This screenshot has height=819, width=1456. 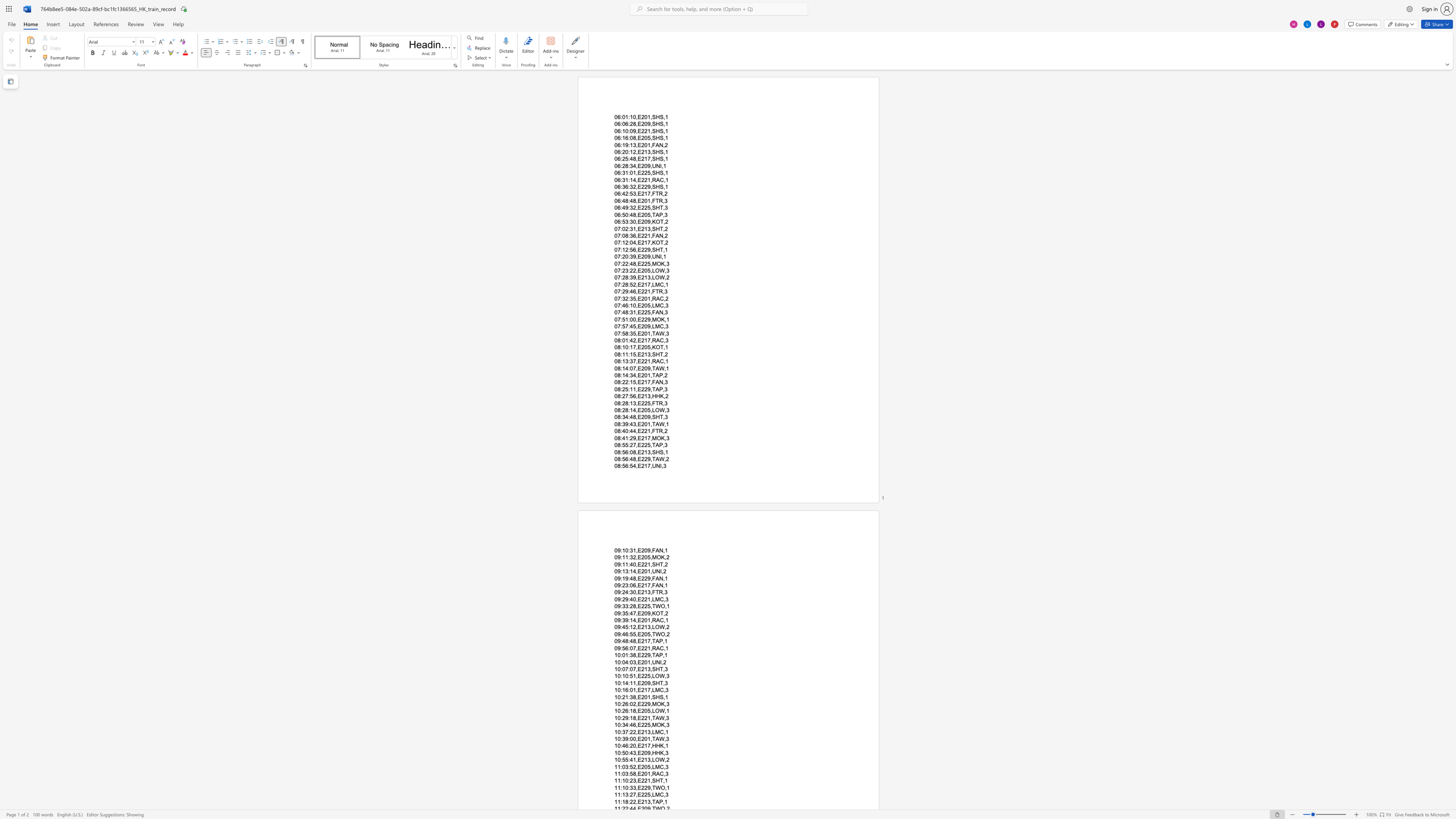 What do you see at coordinates (628, 382) in the screenshot?
I see `the subset text ":15,E2" within the text "08:22:15,E217,FAN,3"` at bounding box center [628, 382].